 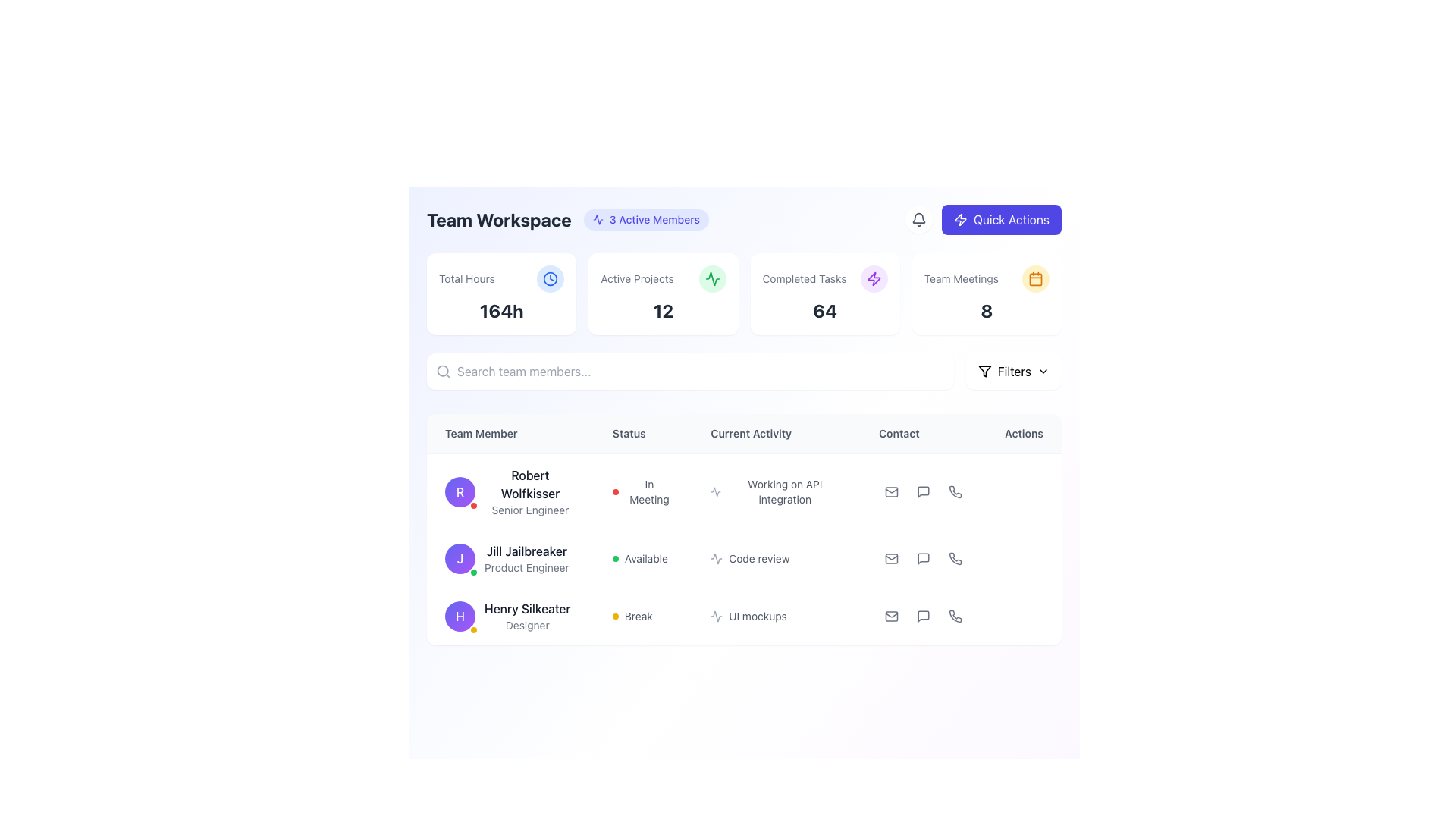 What do you see at coordinates (1001, 219) in the screenshot?
I see `the shortcut button located in the top-right section of the interface, adjacent to the notification bell icon` at bounding box center [1001, 219].